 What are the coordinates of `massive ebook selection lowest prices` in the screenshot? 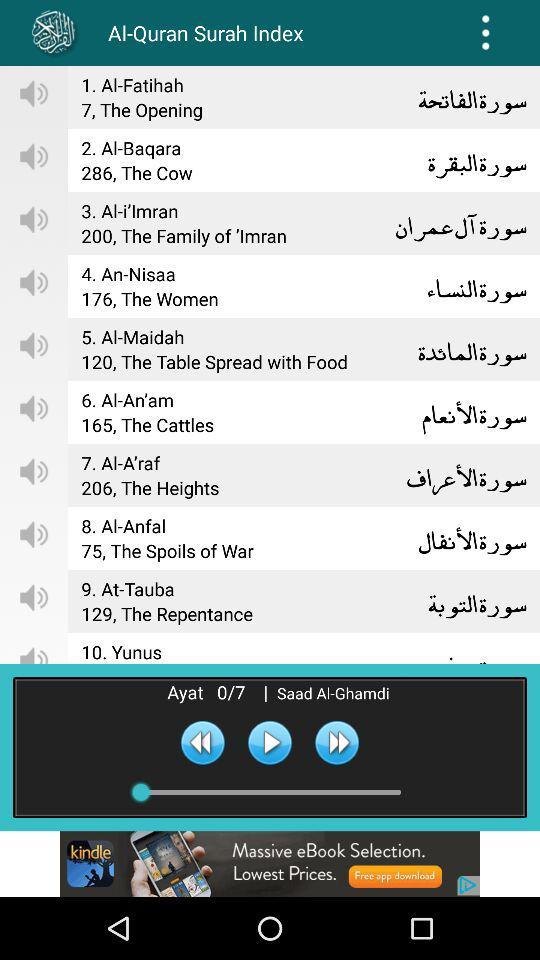 It's located at (270, 863).